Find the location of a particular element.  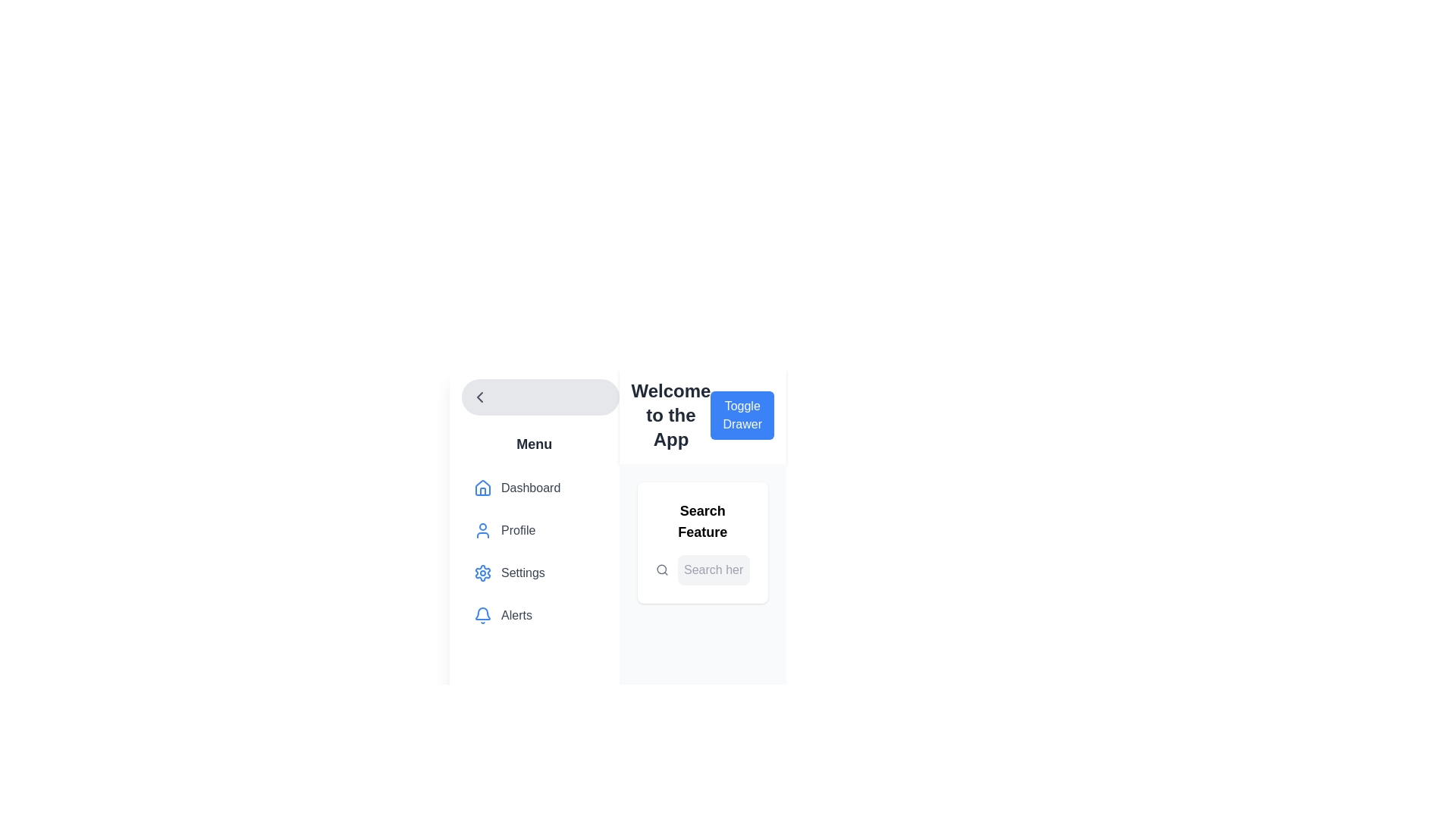

the Text Label that indicates the menu section of the application, located in the top-left sidebar area, above navigational links such as 'Dashboard', 'Profile', and 'Settings' is located at coordinates (534, 444).